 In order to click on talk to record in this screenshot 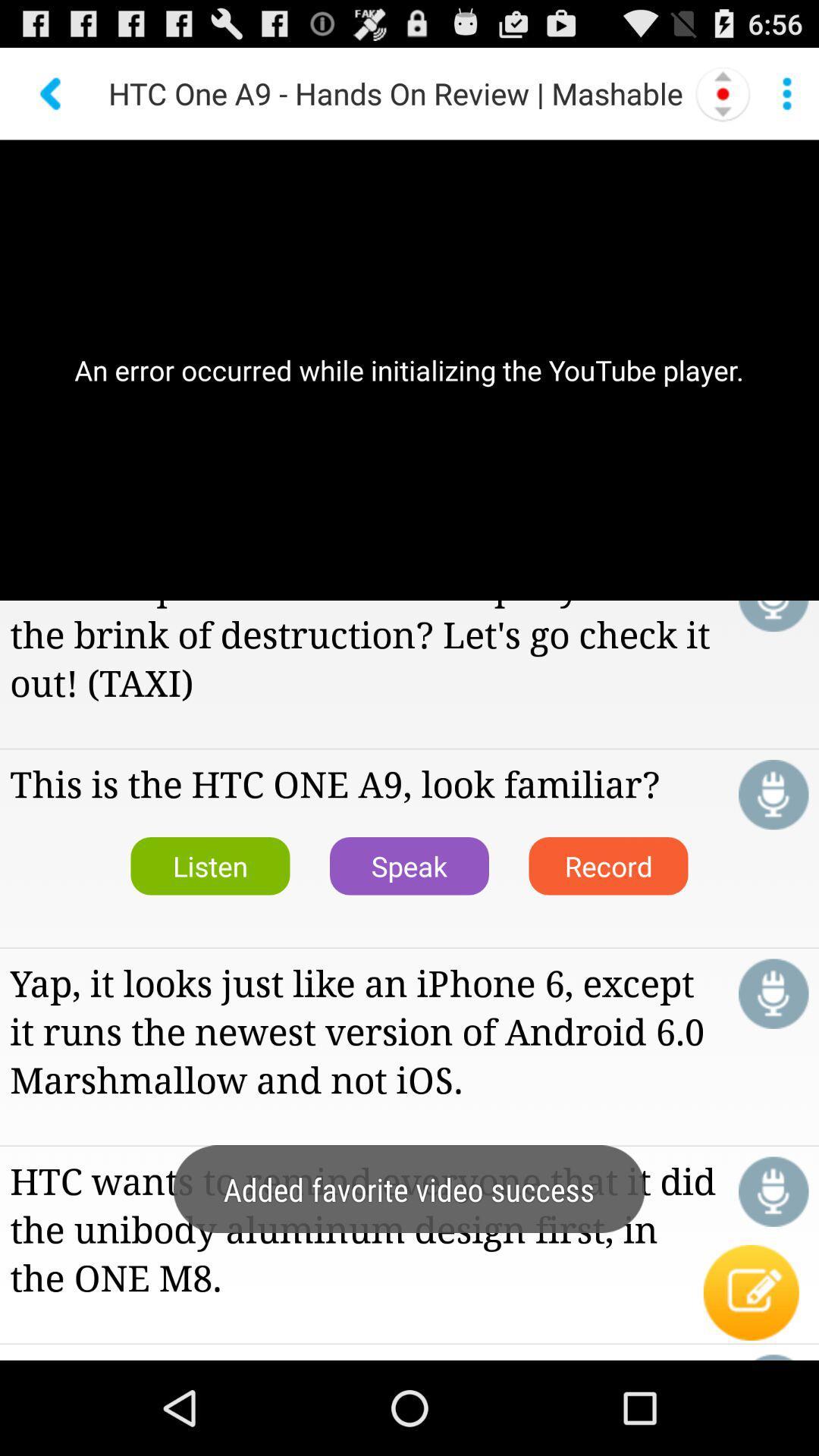, I will do `click(773, 993)`.